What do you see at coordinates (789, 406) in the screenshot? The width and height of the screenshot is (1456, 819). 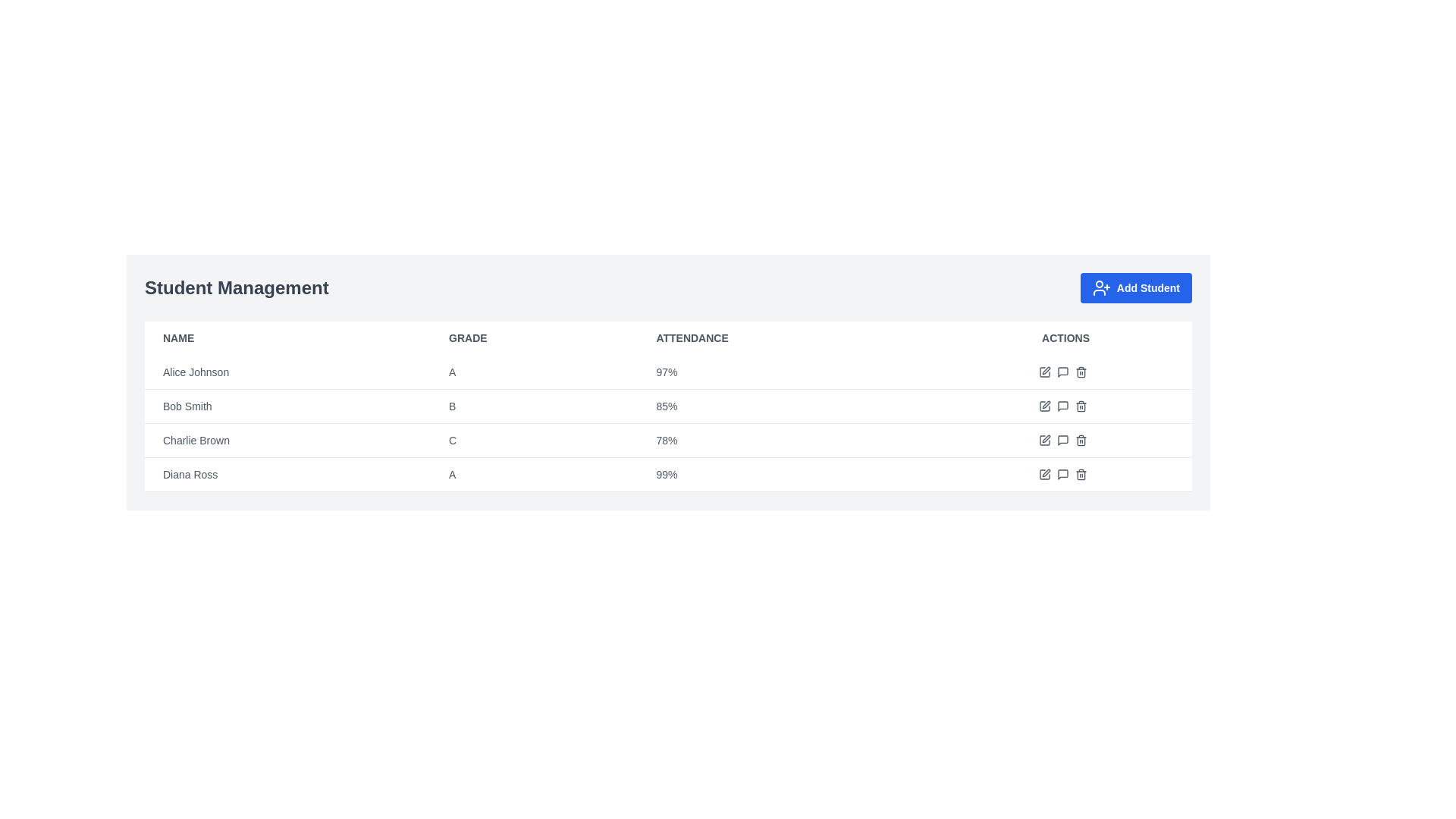 I see `text '85%' displayed in bold black font located in the 'ATTENDANCE' column of the table, specifically in the third column of the second row` at bounding box center [789, 406].